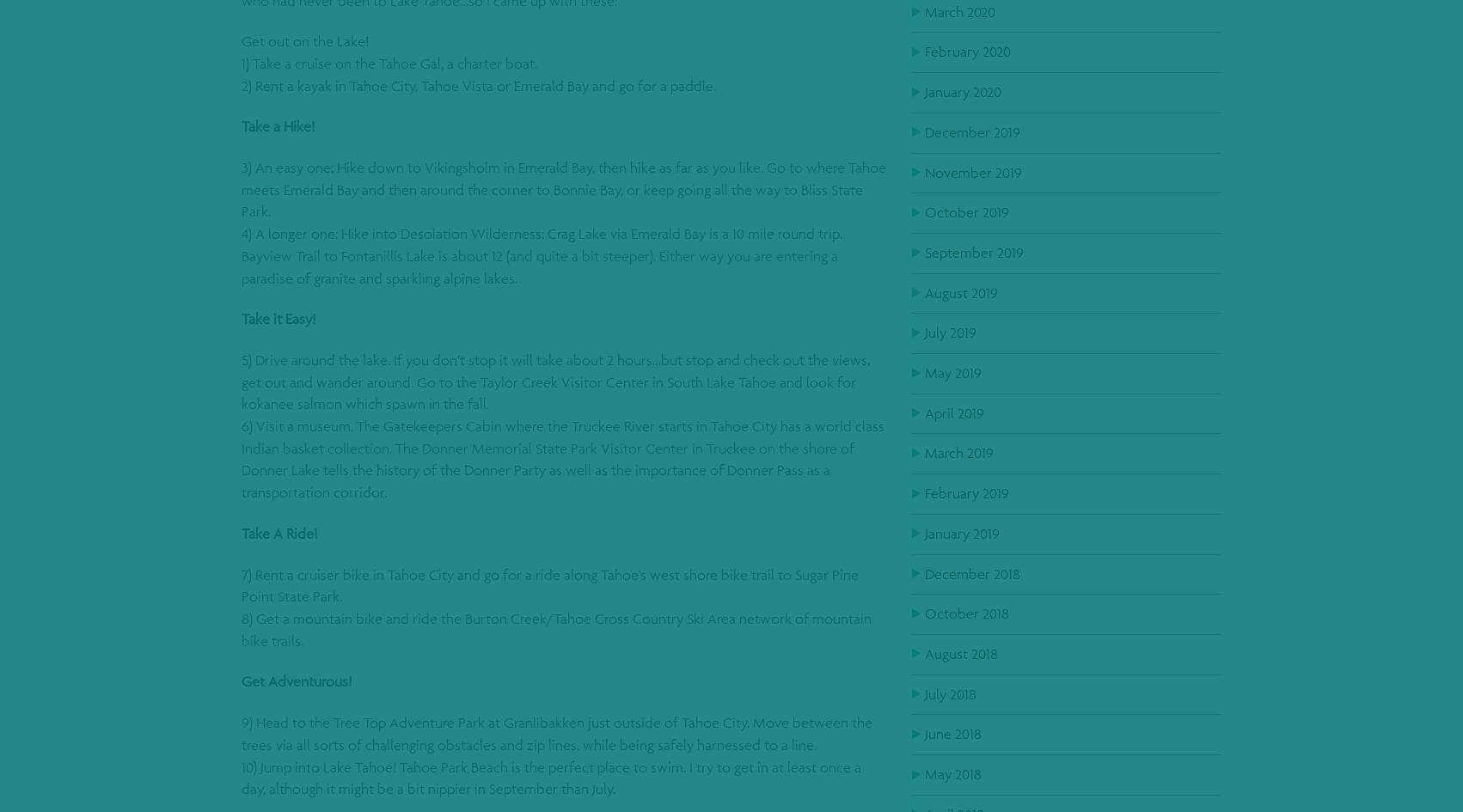  I want to click on 'January 2019', so click(961, 532).